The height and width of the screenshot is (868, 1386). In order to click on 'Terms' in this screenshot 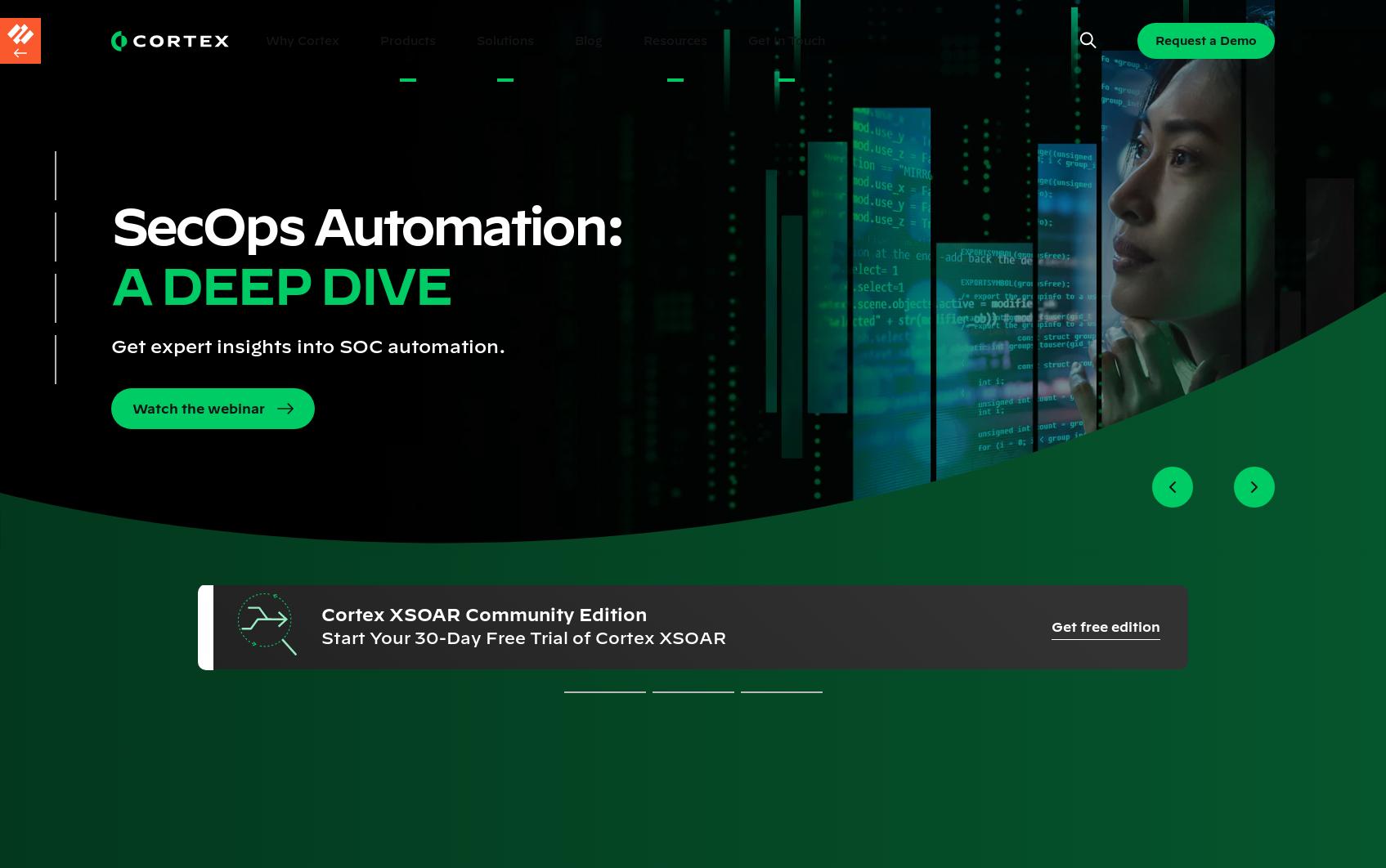, I will do `click(373, 670)`.